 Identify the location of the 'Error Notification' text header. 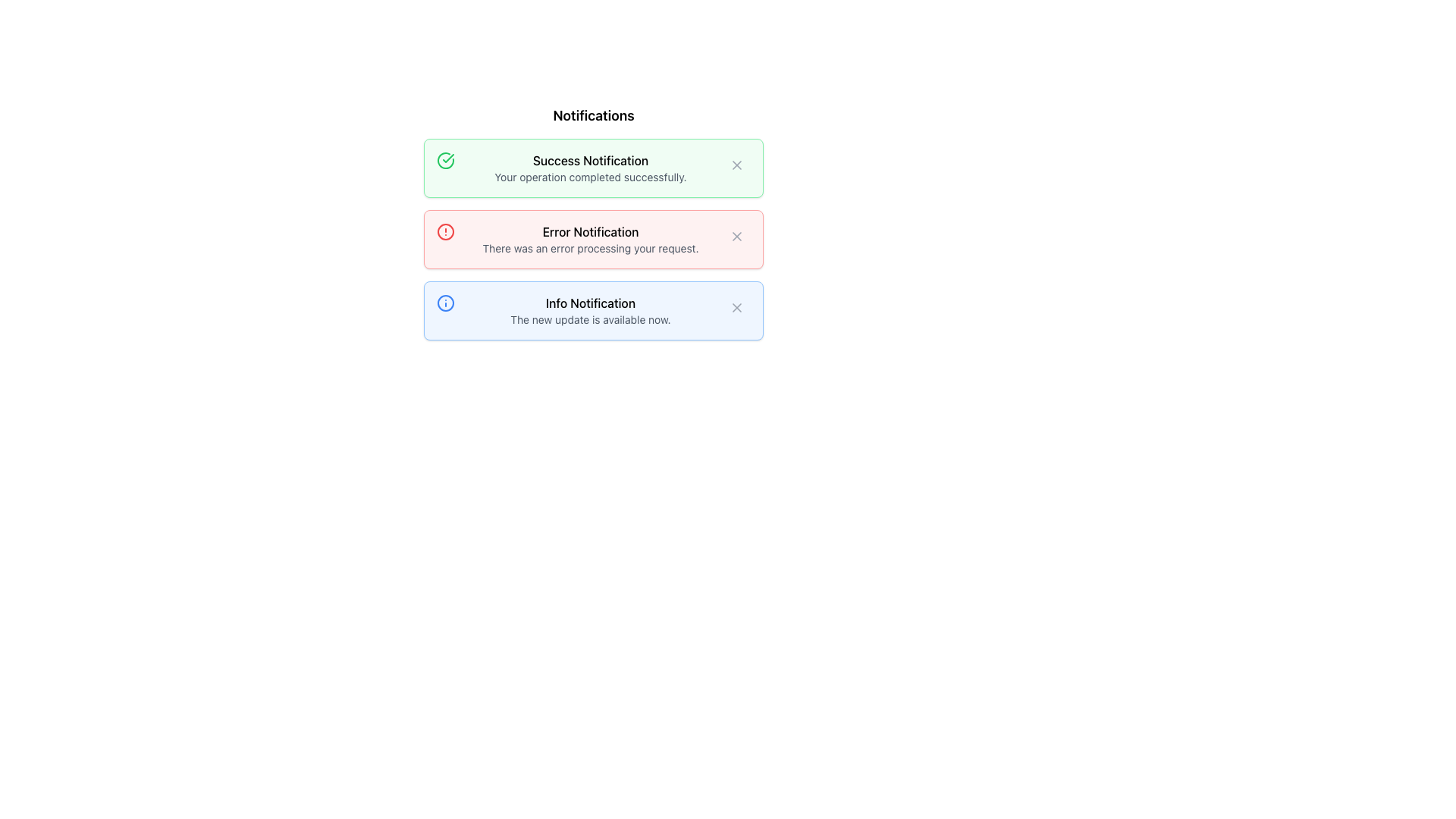
(589, 231).